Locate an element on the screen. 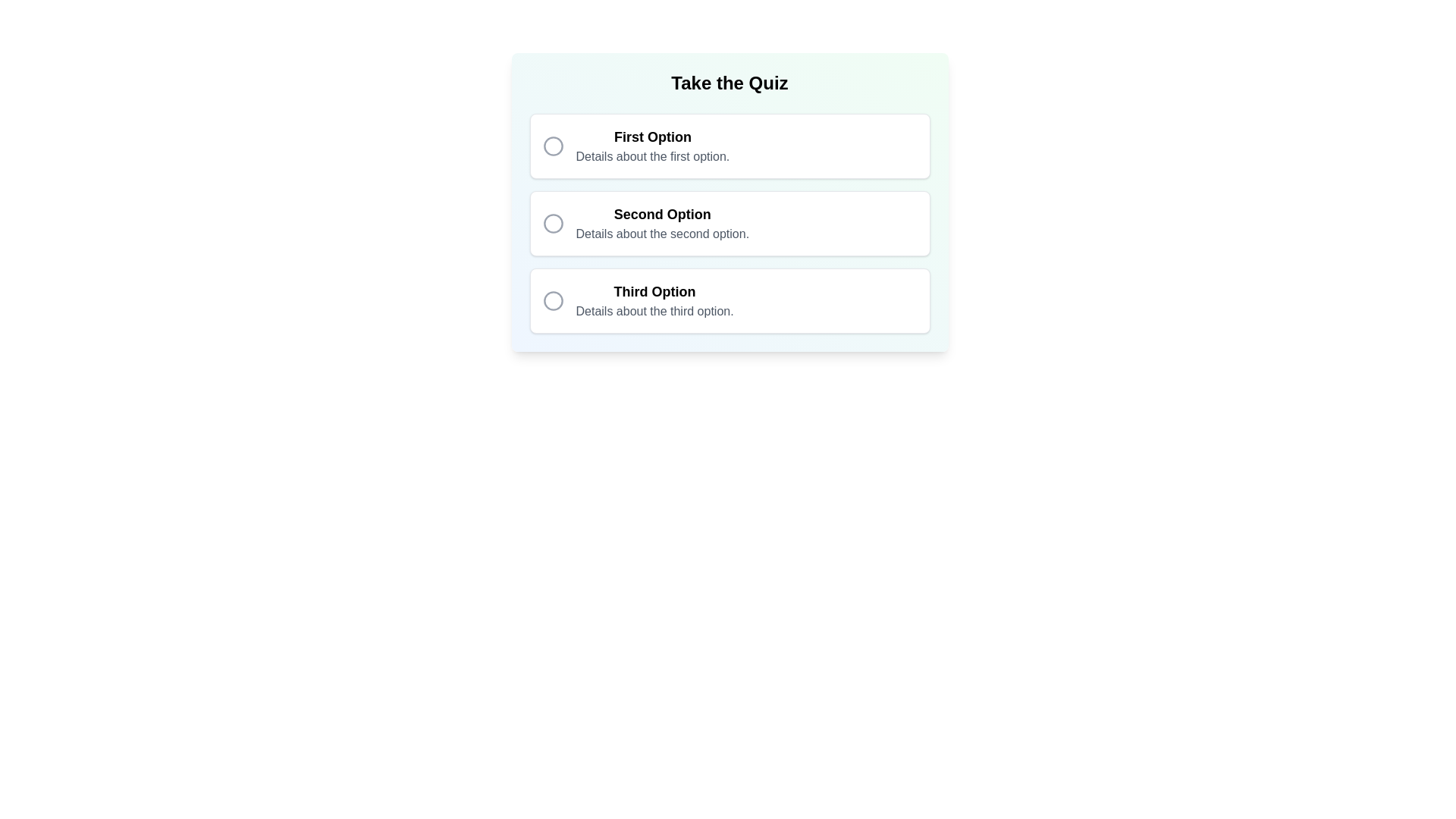 This screenshot has height=819, width=1456. the text label displaying 'Details about the third option.' which is styled with a gray font color, located below the bold heading 'Third Option' in the quiz interface is located at coordinates (654, 311).